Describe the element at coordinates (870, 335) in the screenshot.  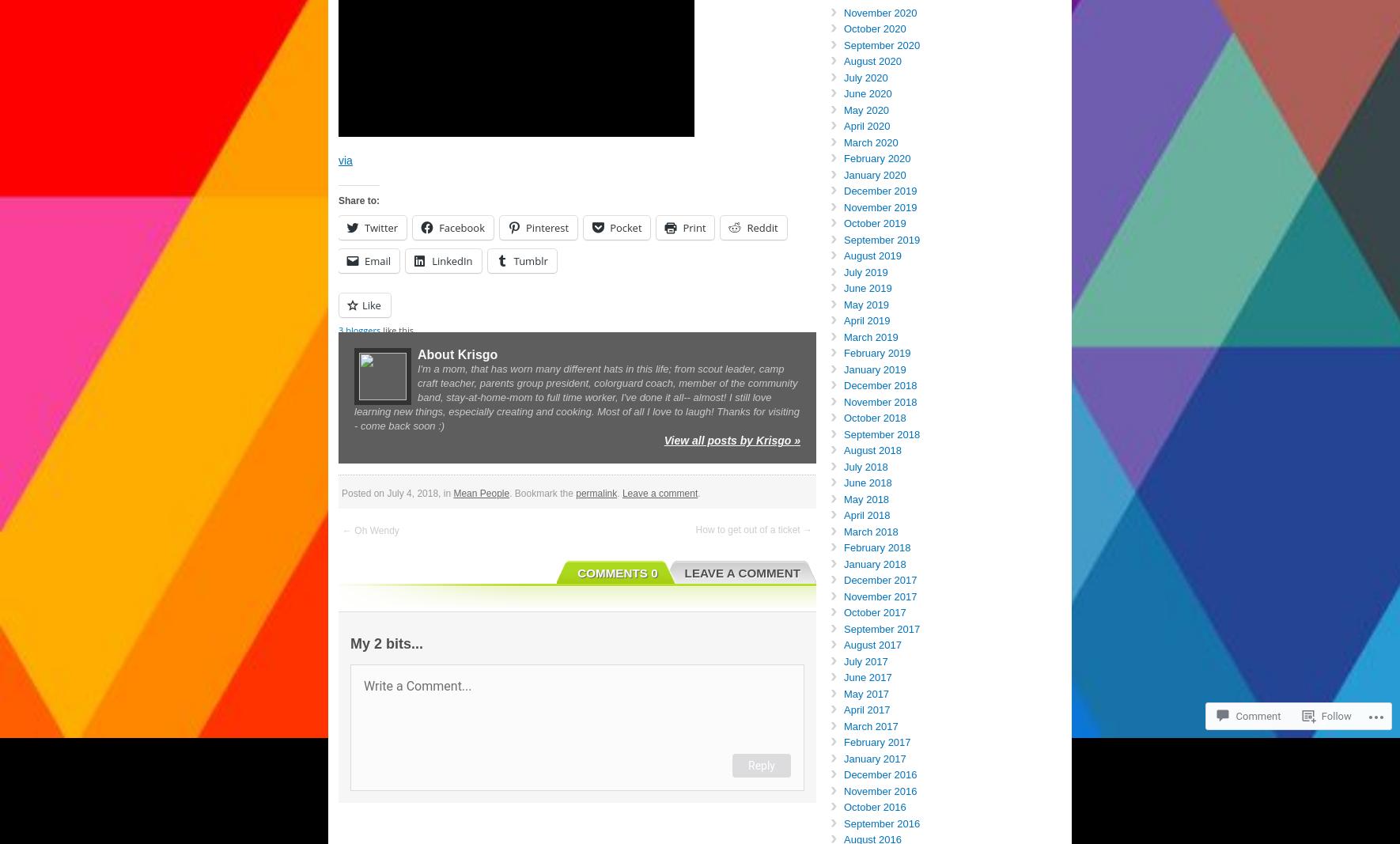
I see `'March 2019'` at that location.